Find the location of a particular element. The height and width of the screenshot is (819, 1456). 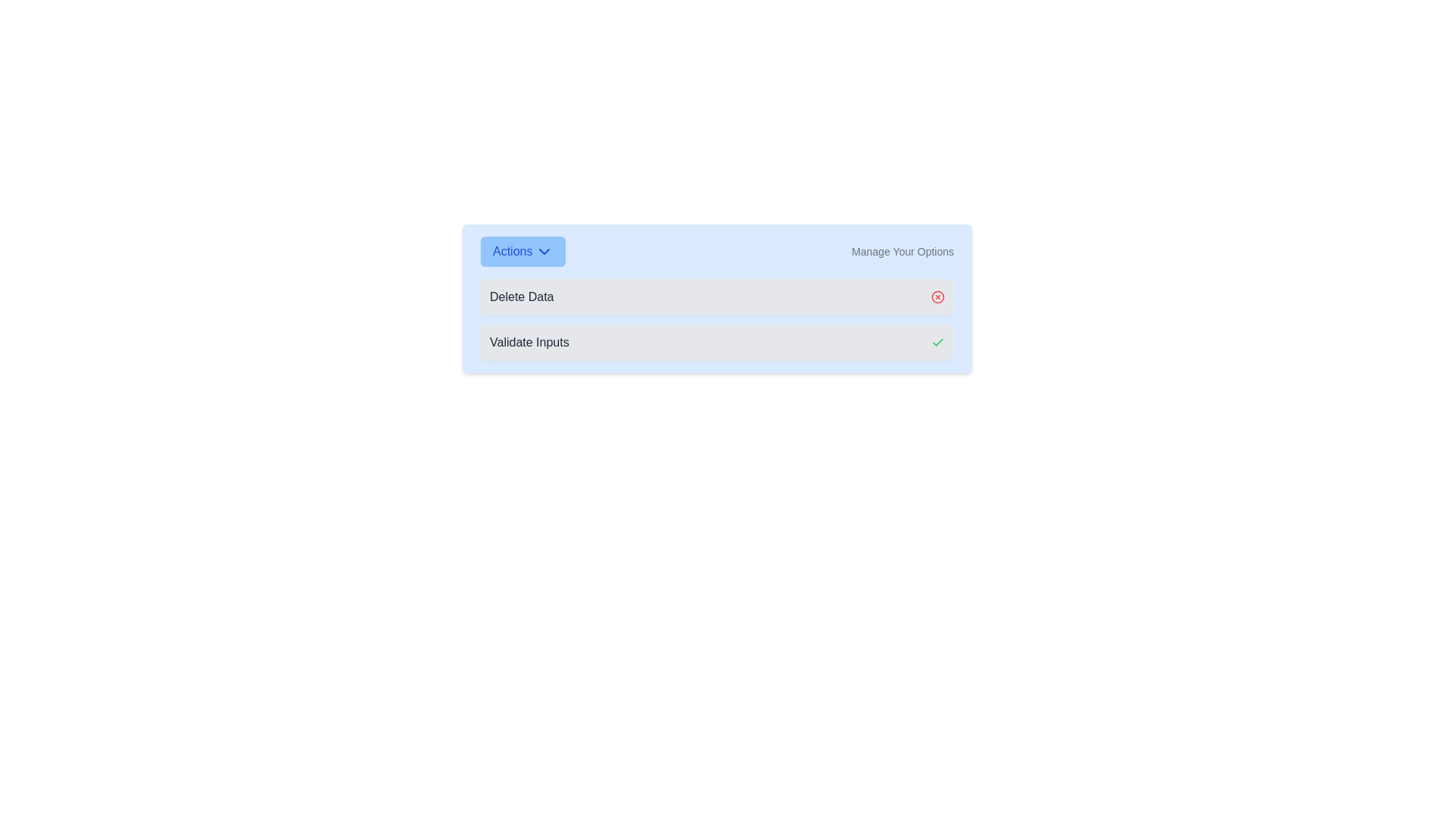

the 'Manage Your Options' label, which is a small gray text label located on the right-hand side of a toolbar-like section, following a chevron icon is located at coordinates (902, 250).